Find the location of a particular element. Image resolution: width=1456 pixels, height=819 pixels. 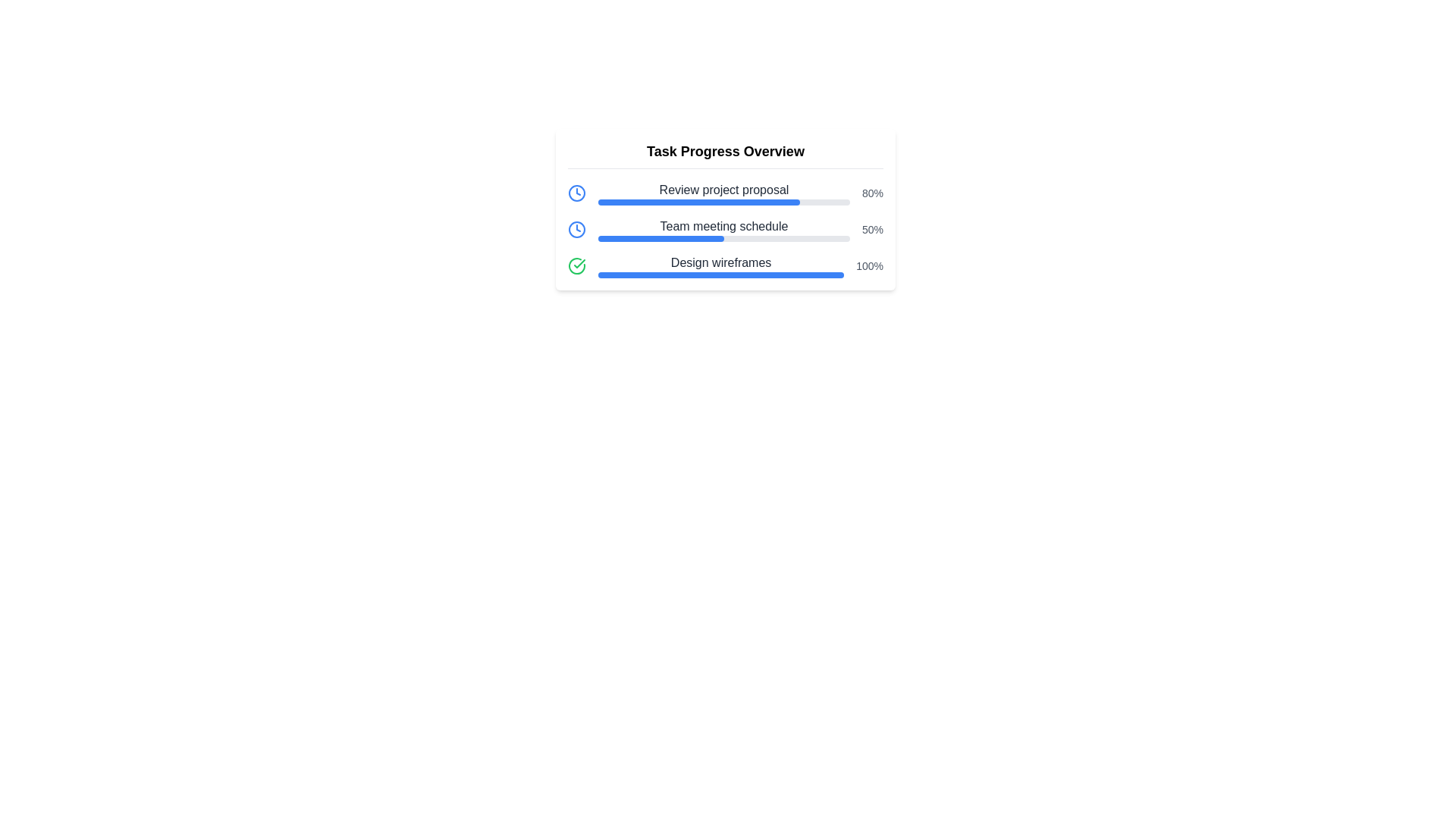

the progress visually on the 'Team meeting schedule' progress display element, which includes a blue progress bar, a clock icon, and the text '50%' indicating progress is located at coordinates (724, 230).